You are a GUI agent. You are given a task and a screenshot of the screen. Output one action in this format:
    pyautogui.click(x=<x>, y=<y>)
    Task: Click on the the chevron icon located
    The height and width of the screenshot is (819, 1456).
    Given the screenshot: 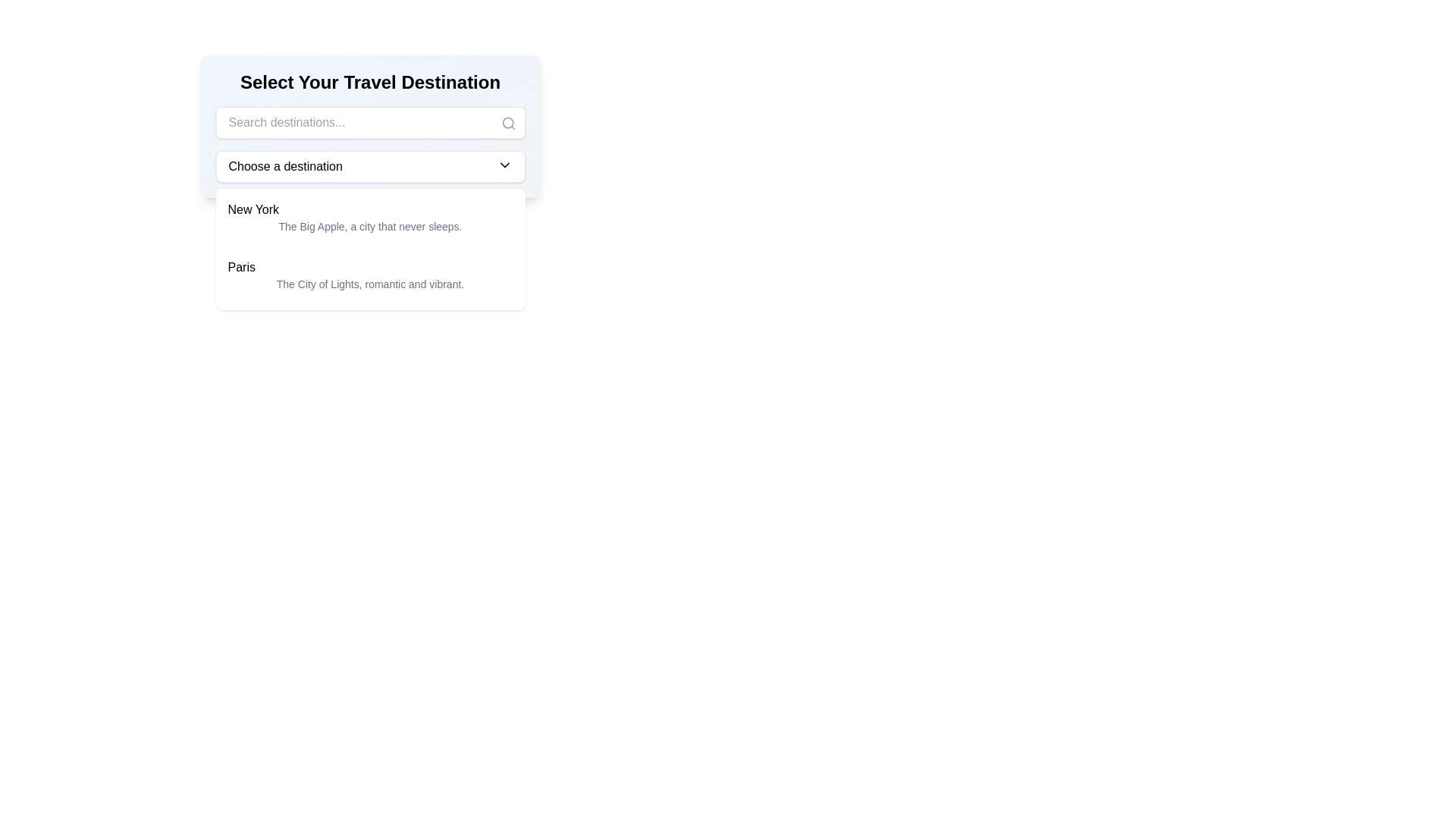 What is the action you would take?
    pyautogui.click(x=504, y=165)
    